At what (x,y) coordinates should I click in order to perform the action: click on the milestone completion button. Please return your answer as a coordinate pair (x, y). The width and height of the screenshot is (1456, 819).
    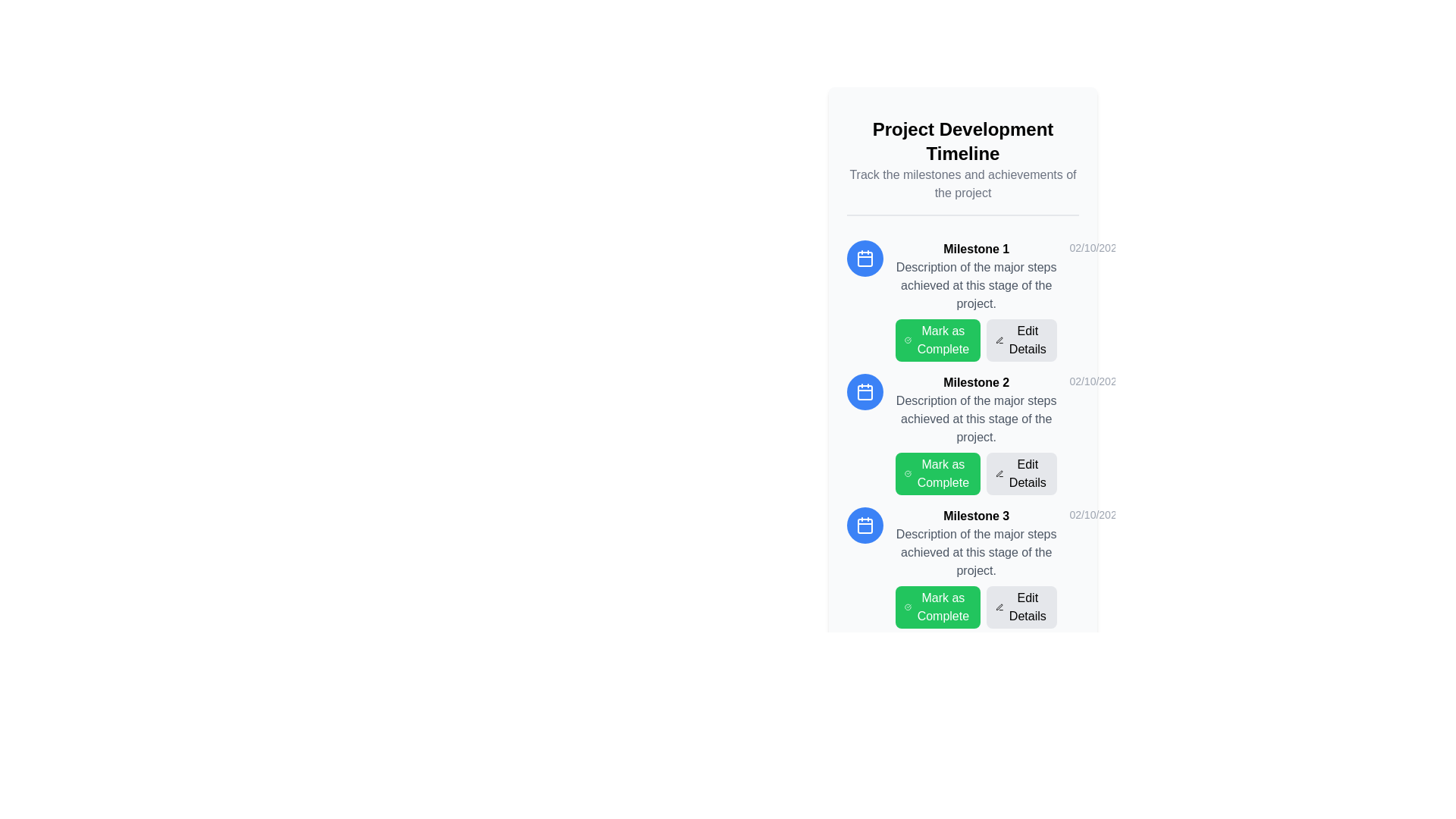
    Looking at the image, I should click on (937, 339).